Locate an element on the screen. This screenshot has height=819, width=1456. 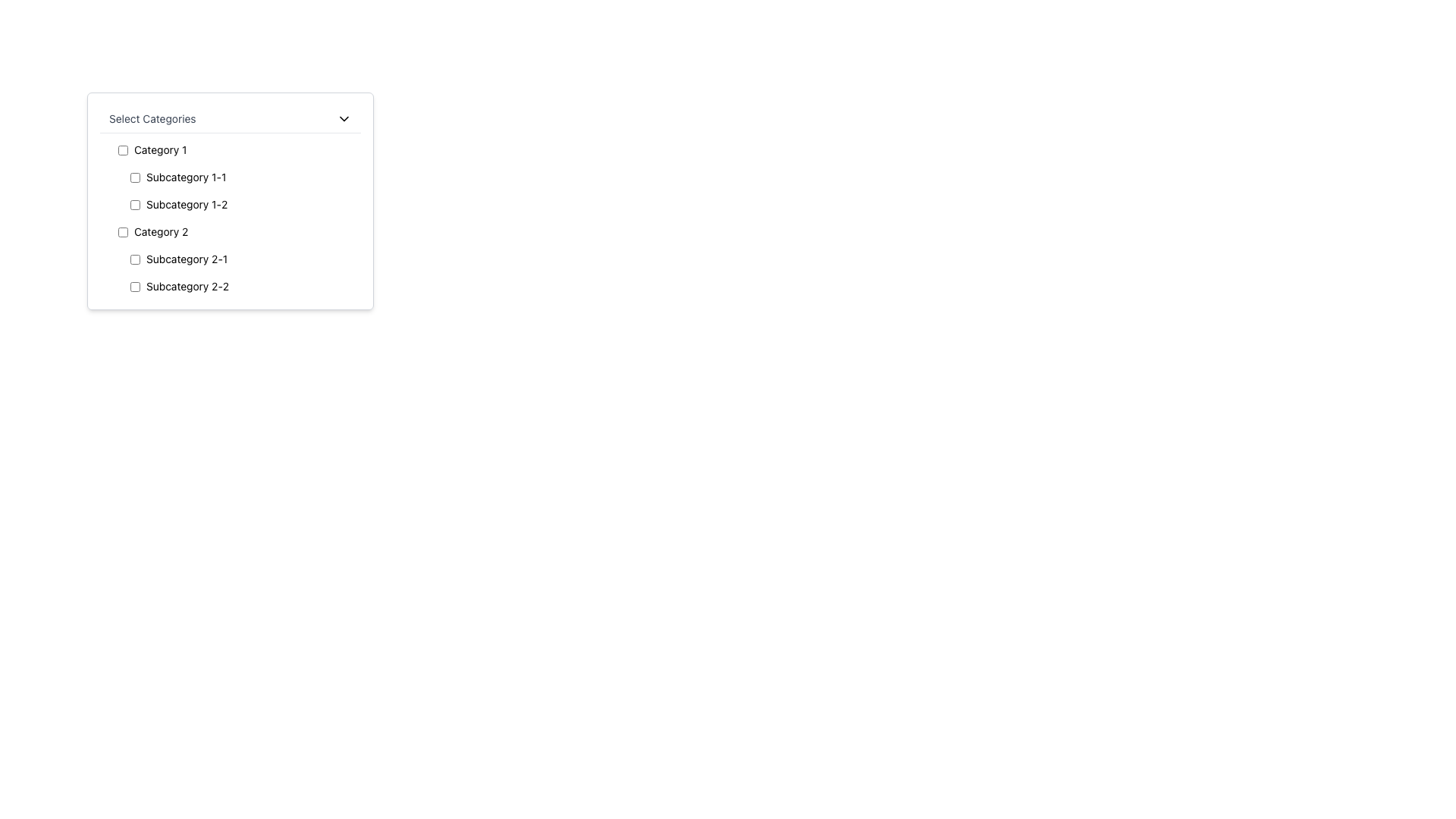
the checkbox for 'Subcategory 1-1' is located at coordinates (243, 177).